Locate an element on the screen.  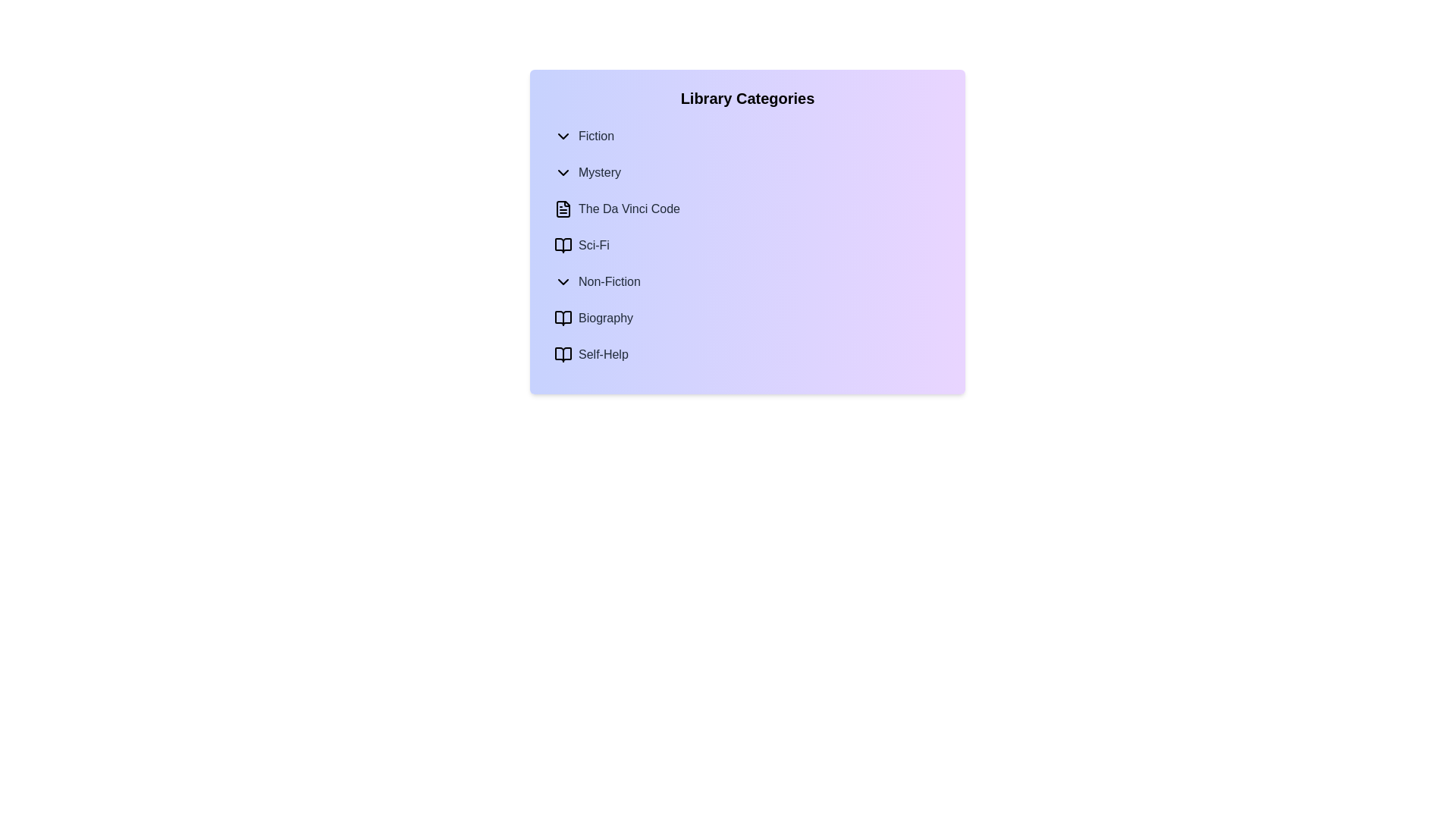
the graphic icon resembling an open book located to the left of the 'Self-Help' label in the library categories list is located at coordinates (563, 354).